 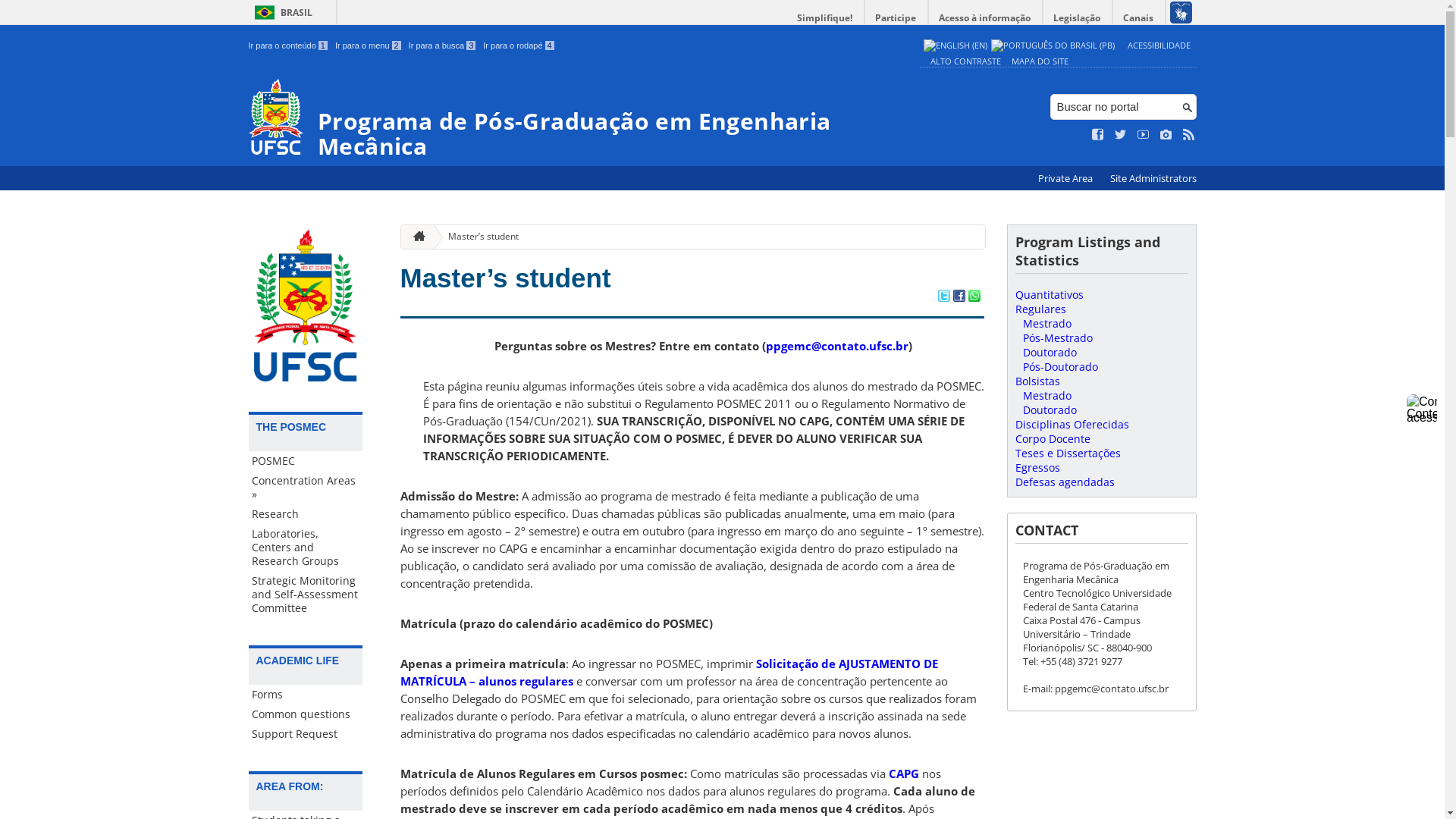 I want to click on 'Siga no Twitter', so click(x=1121, y=133).